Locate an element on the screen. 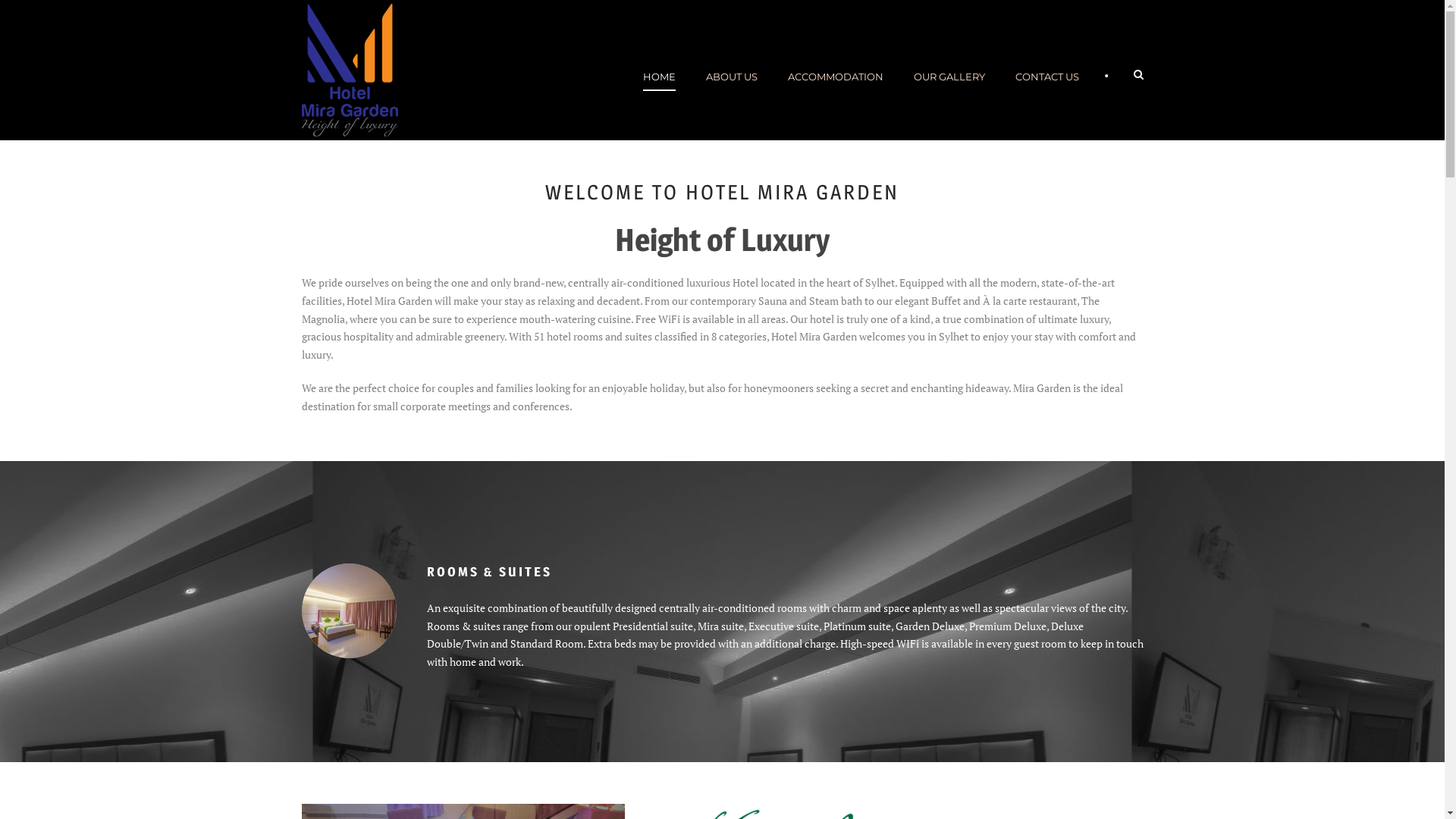  'OUR GALLERY' is located at coordinates (898, 93).